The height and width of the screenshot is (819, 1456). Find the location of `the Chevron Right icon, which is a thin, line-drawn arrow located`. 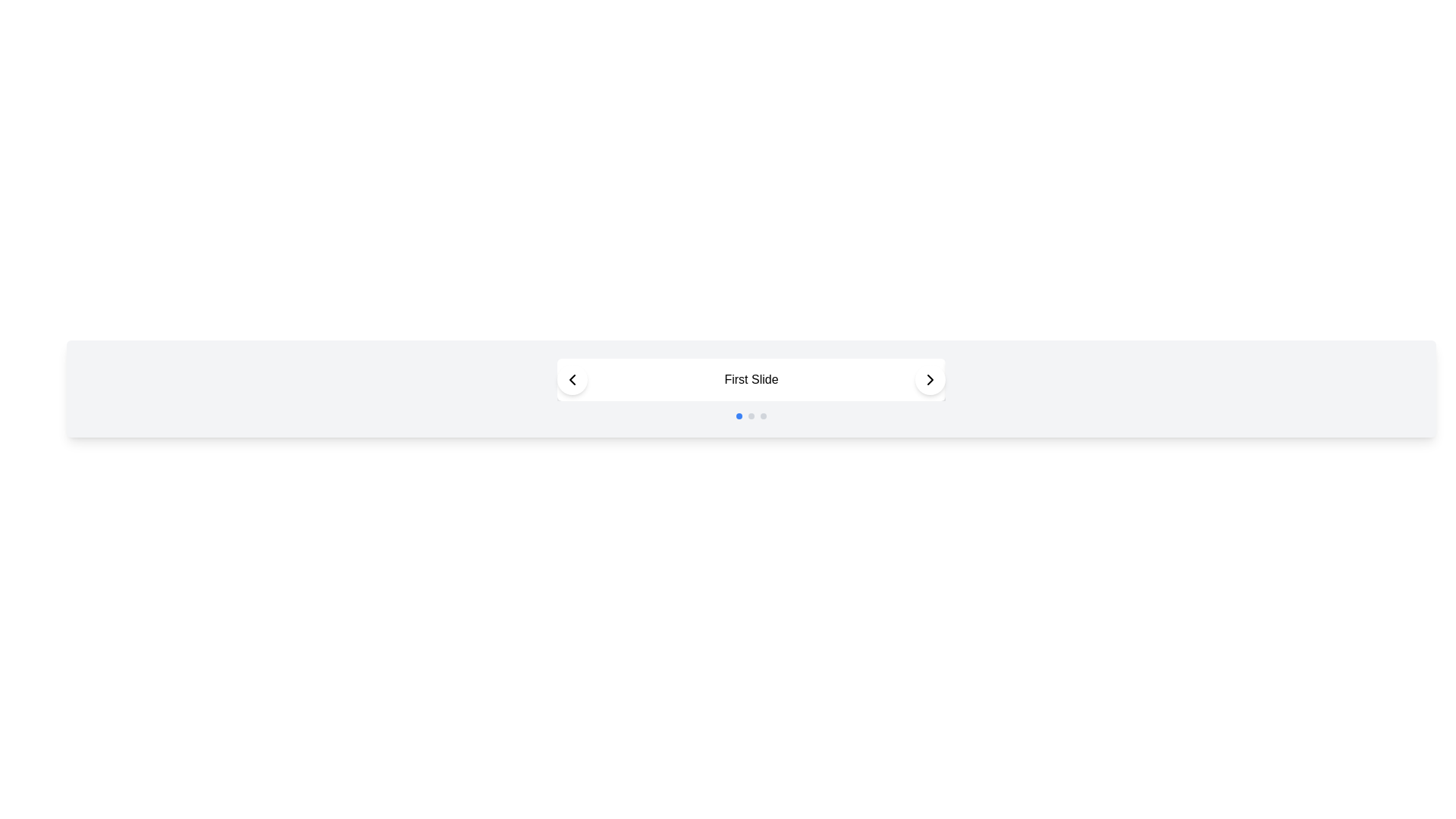

the Chevron Right icon, which is a thin, line-drawn arrow located is located at coordinates (930, 379).